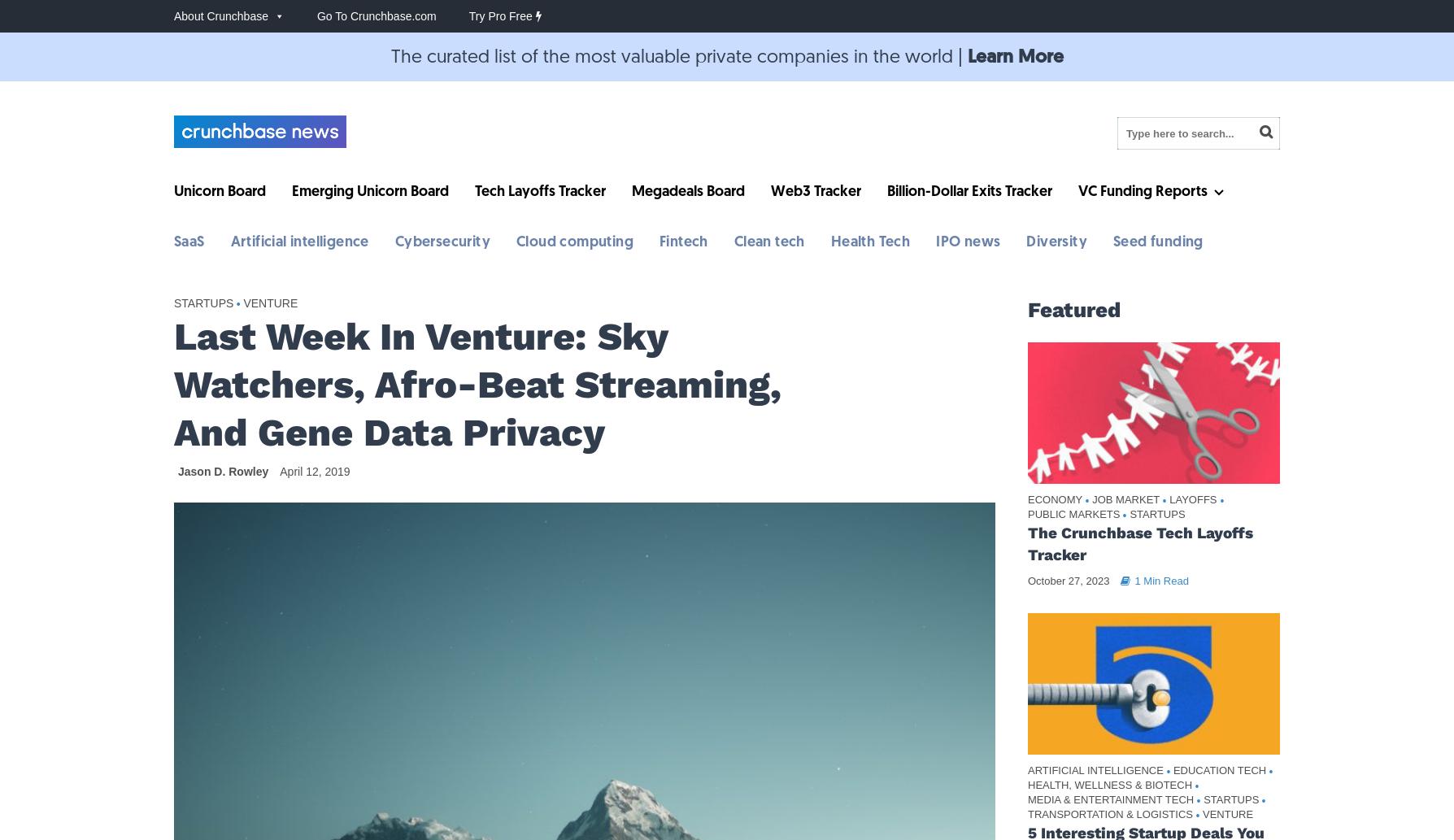  What do you see at coordinates (768, 242) in the screenshot?
I see `'Clean tech'` at bounding box center [768, 242].